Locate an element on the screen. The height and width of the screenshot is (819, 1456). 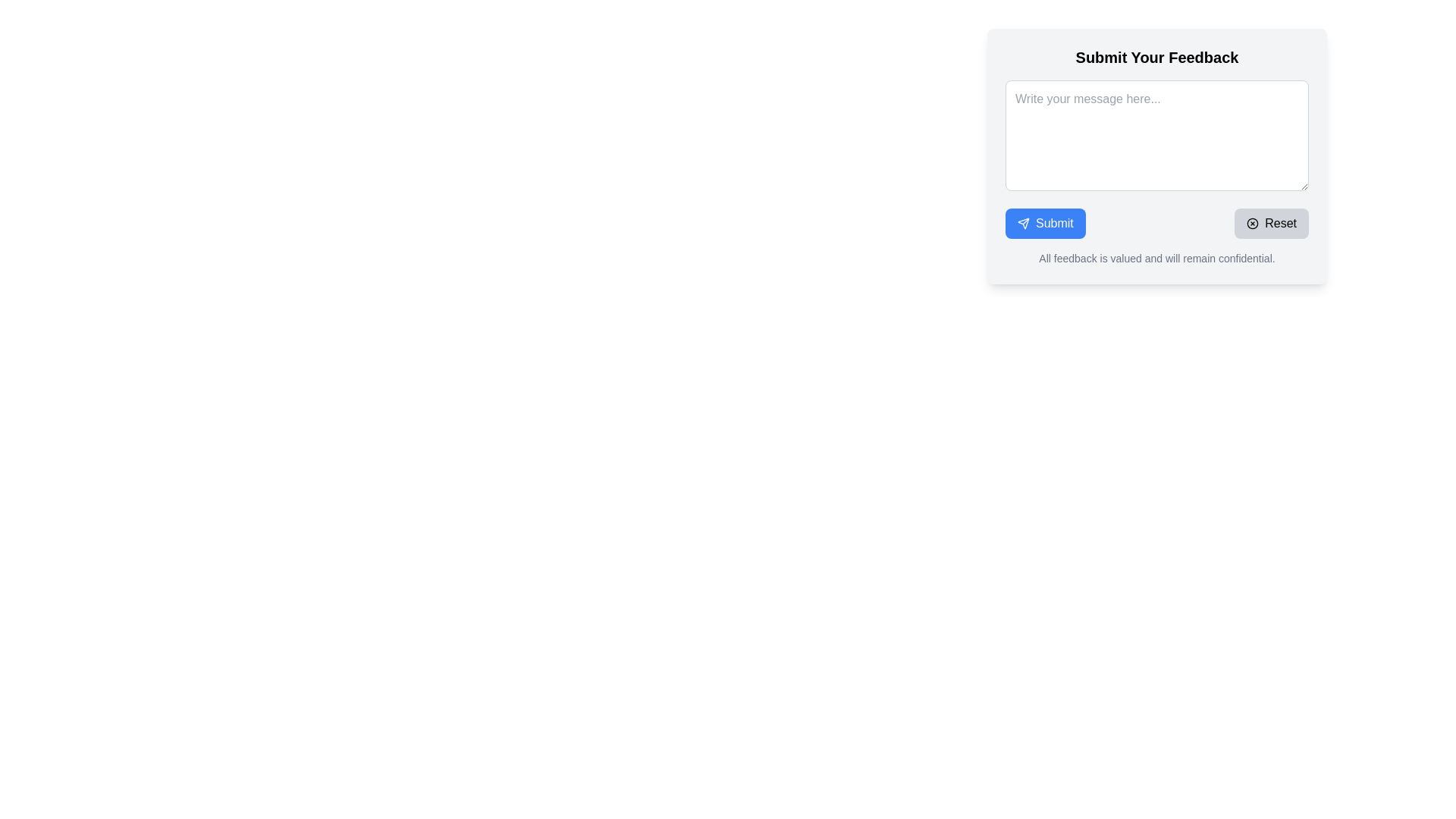
the paper plane icon located inside the 'Submit' button on the feedback submission interface is located at coordinates (1023, 223).